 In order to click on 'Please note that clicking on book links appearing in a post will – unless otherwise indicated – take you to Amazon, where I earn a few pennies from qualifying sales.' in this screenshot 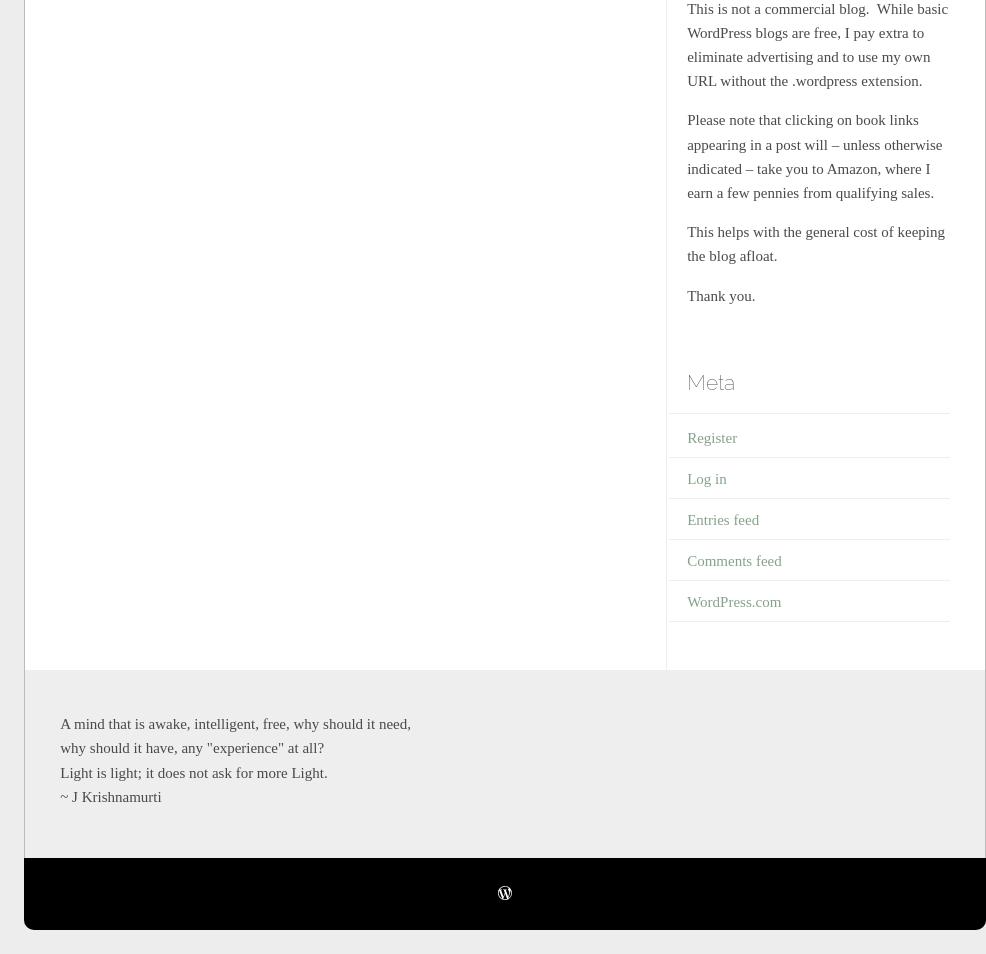, I will do `click(814, 155)`.